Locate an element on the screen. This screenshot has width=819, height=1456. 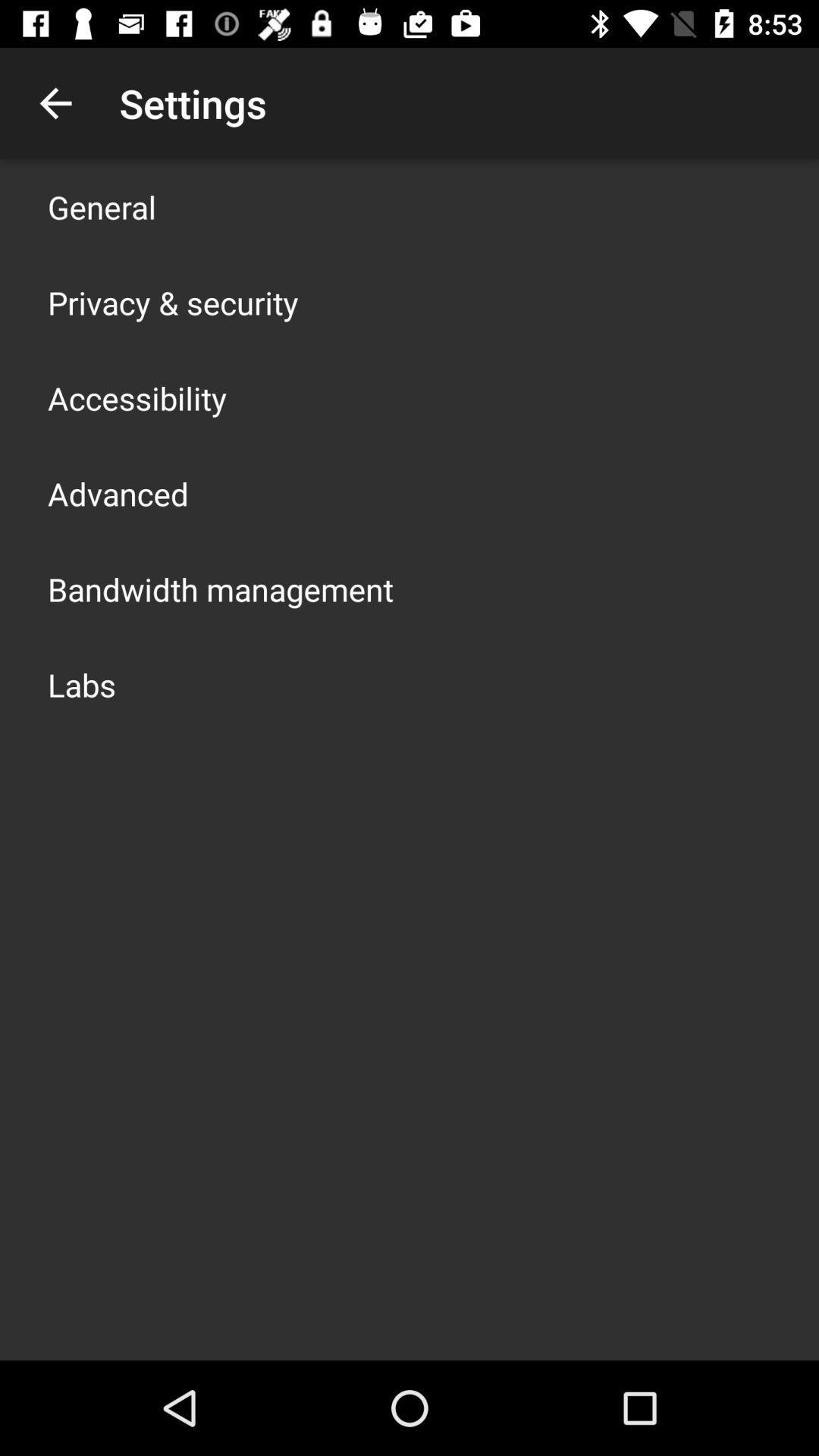
the app below advanced item is located at coordinates (220, 588).